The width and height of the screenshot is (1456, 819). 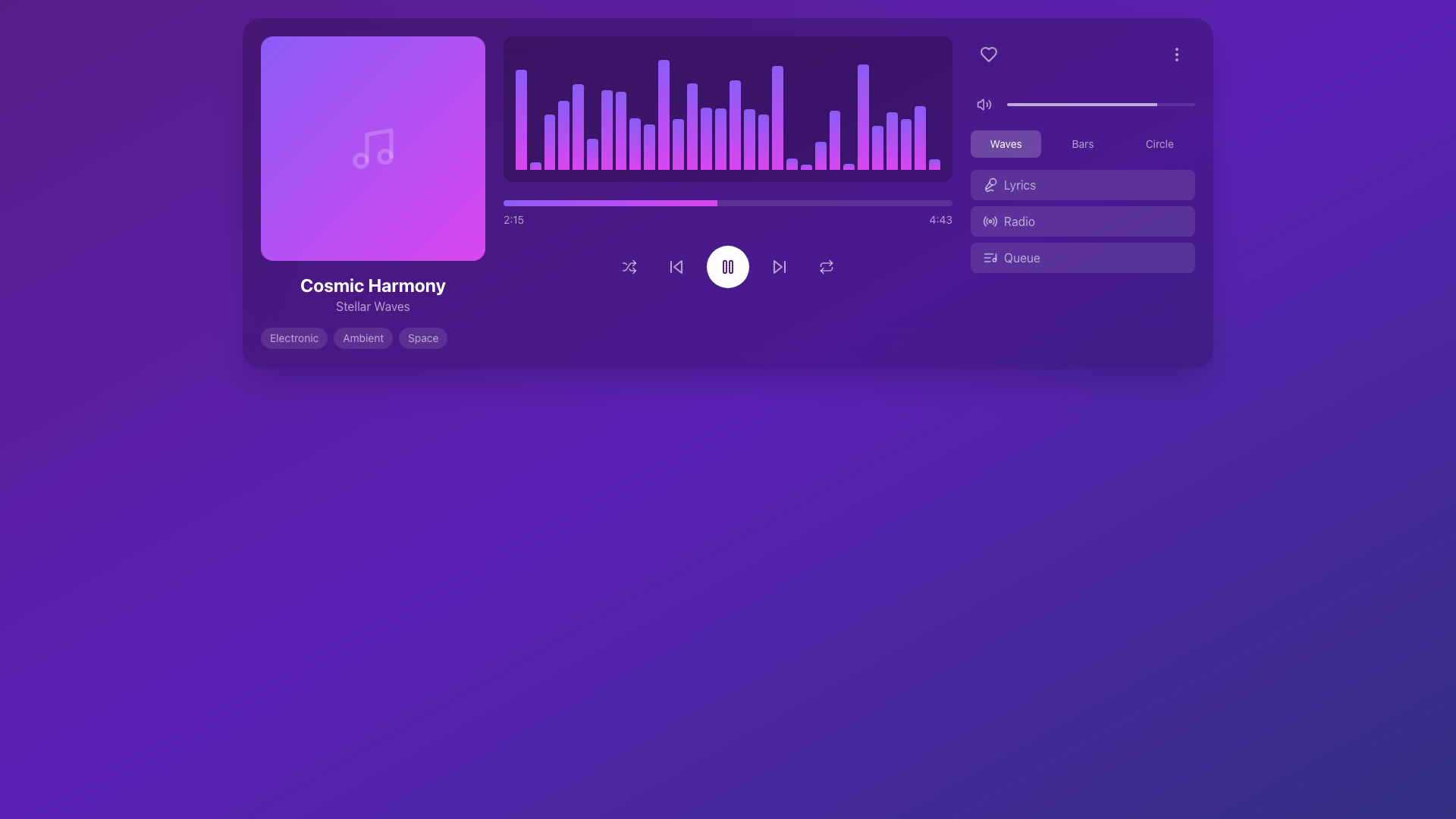 I want to click on the Progress Indicator which visually represents the current volume level within the top-right section of the interface, so click(x=1081, y=104).